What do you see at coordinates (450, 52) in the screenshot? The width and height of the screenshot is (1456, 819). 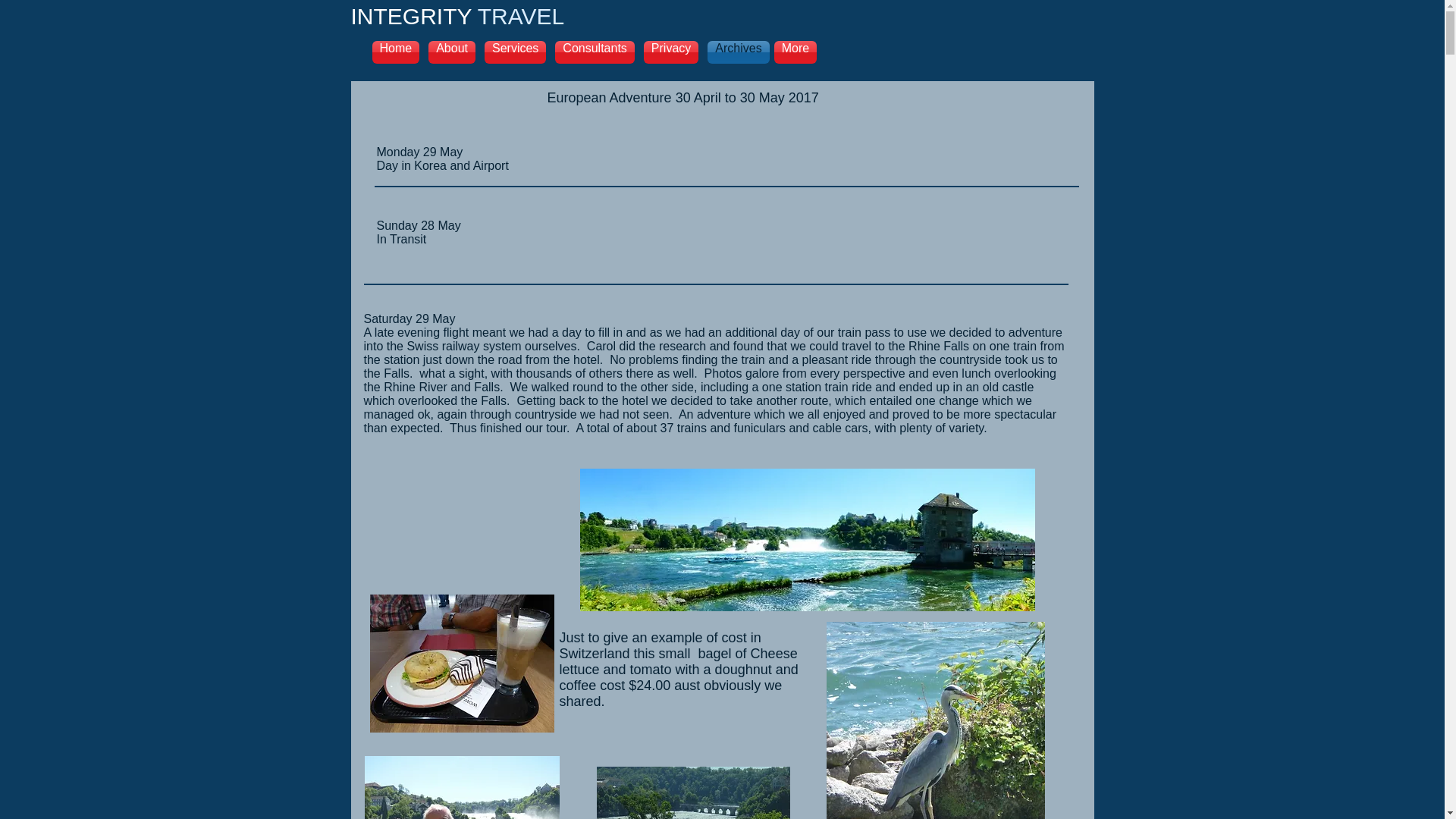 I see `'About'` at bounding box center [450, 52].